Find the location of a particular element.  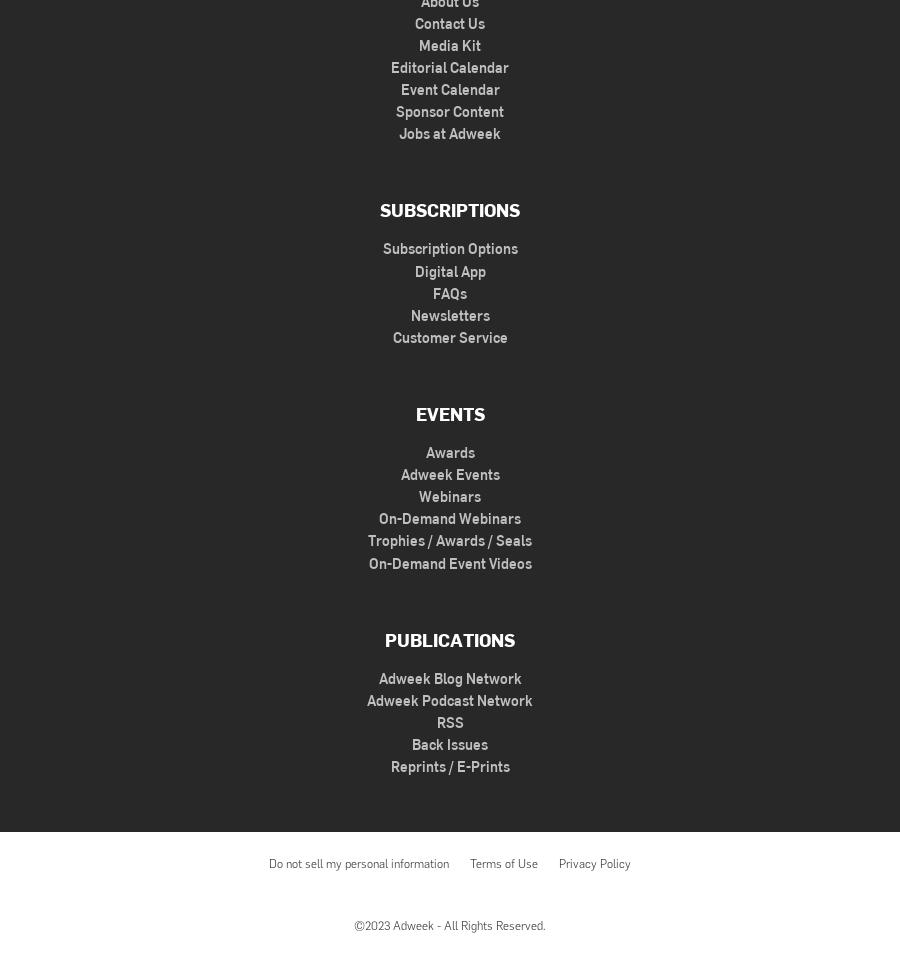

'Why Bayer Has Turned to AI to Transform Consumer Self-Care' is located at coordinates (298, 848).